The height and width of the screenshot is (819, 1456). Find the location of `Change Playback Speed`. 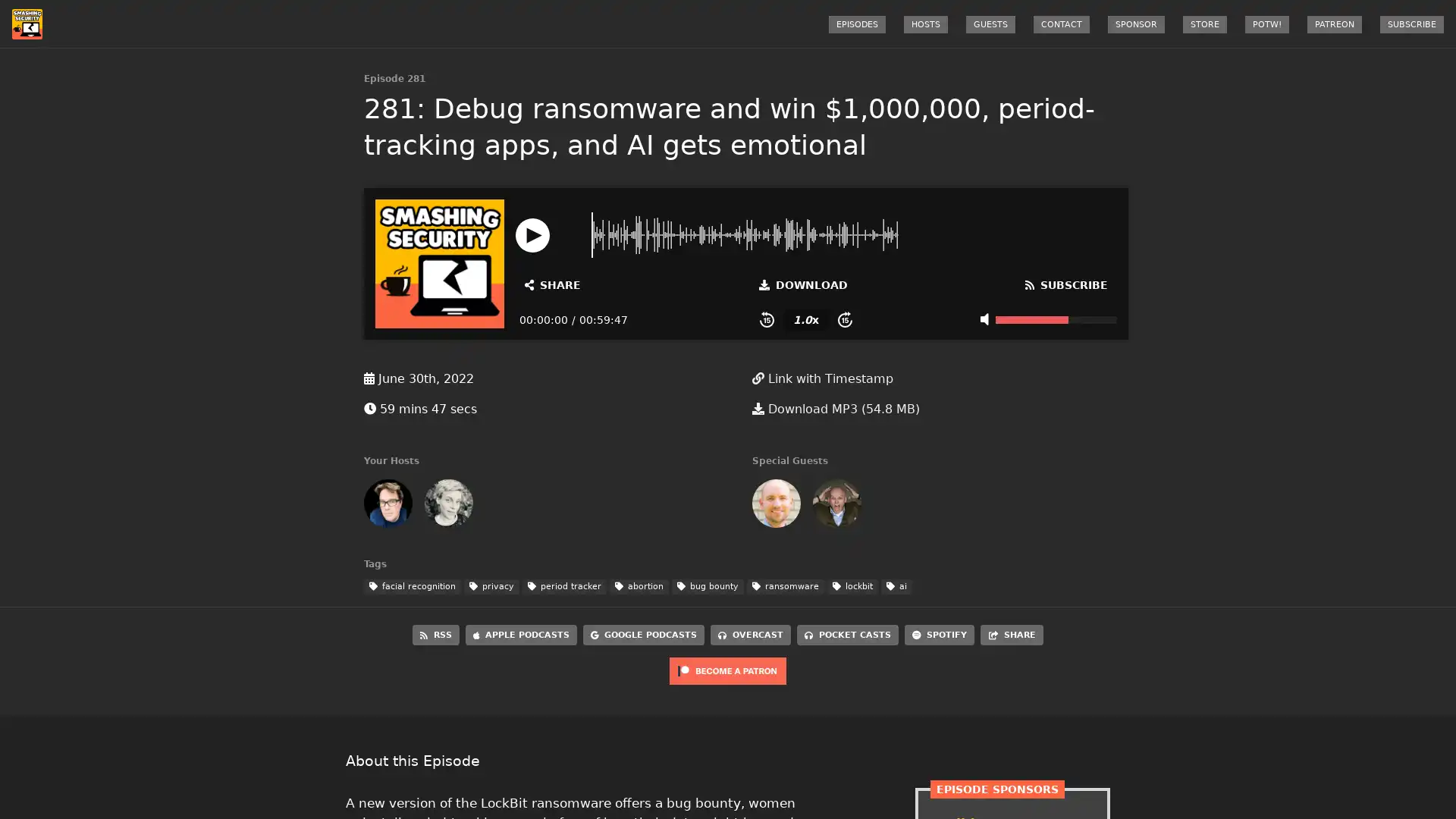

Change Playback Speed is located at coordinates (805, 318).